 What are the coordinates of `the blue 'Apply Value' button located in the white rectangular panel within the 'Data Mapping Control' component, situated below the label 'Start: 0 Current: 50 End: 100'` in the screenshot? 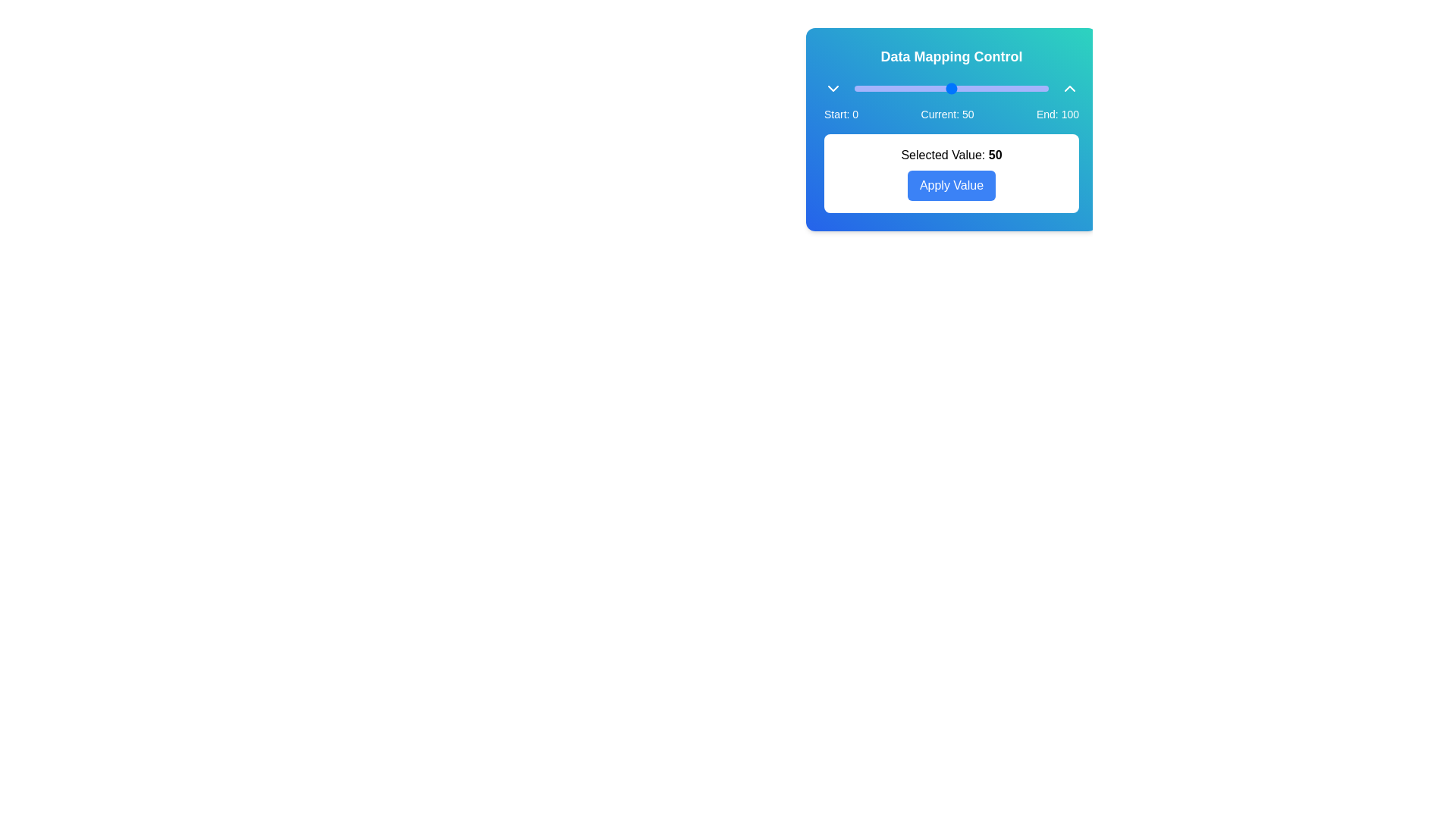 It's located at (950, 172).